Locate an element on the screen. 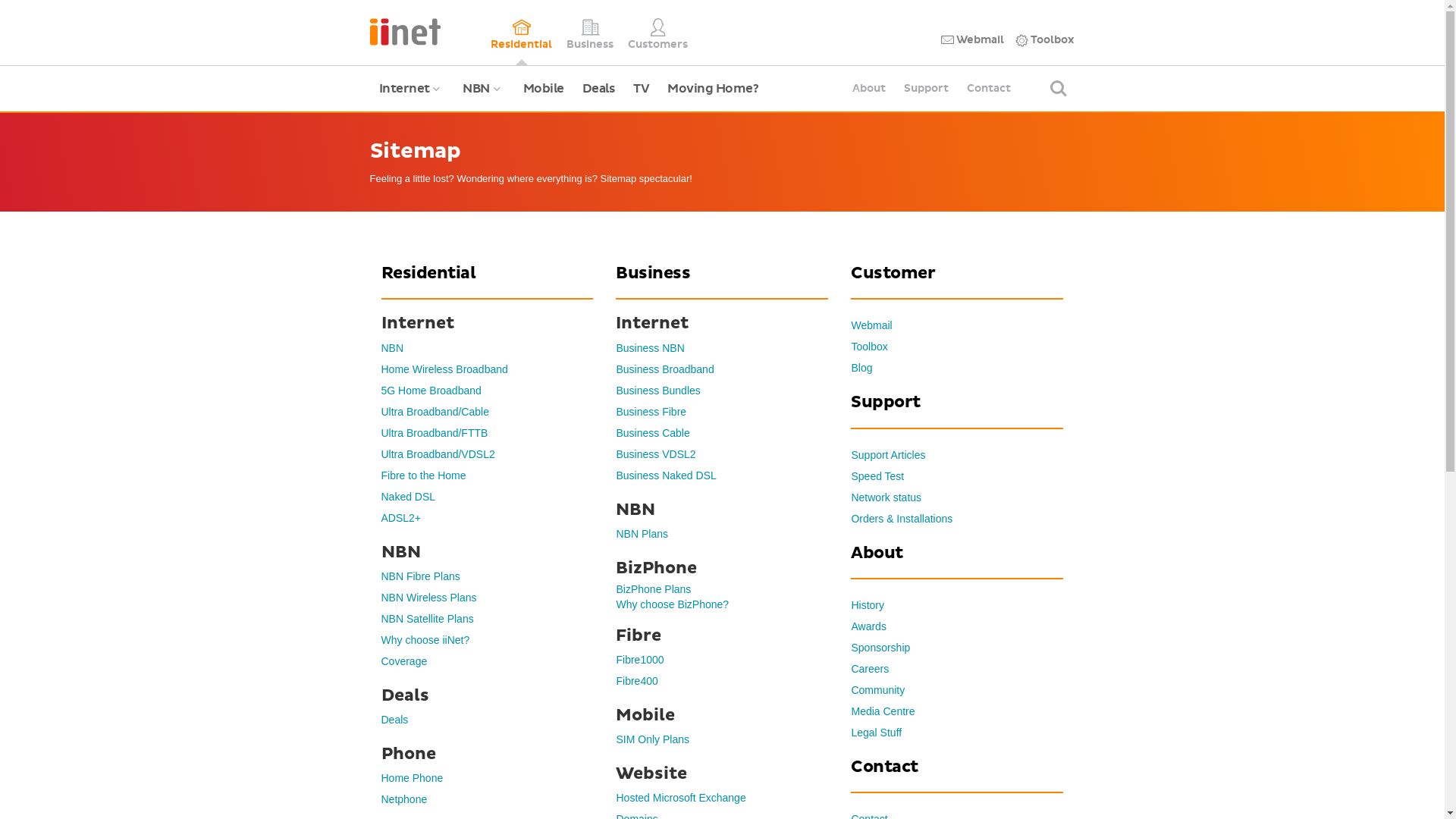  'Network status' is located at coordinates (886, 497).